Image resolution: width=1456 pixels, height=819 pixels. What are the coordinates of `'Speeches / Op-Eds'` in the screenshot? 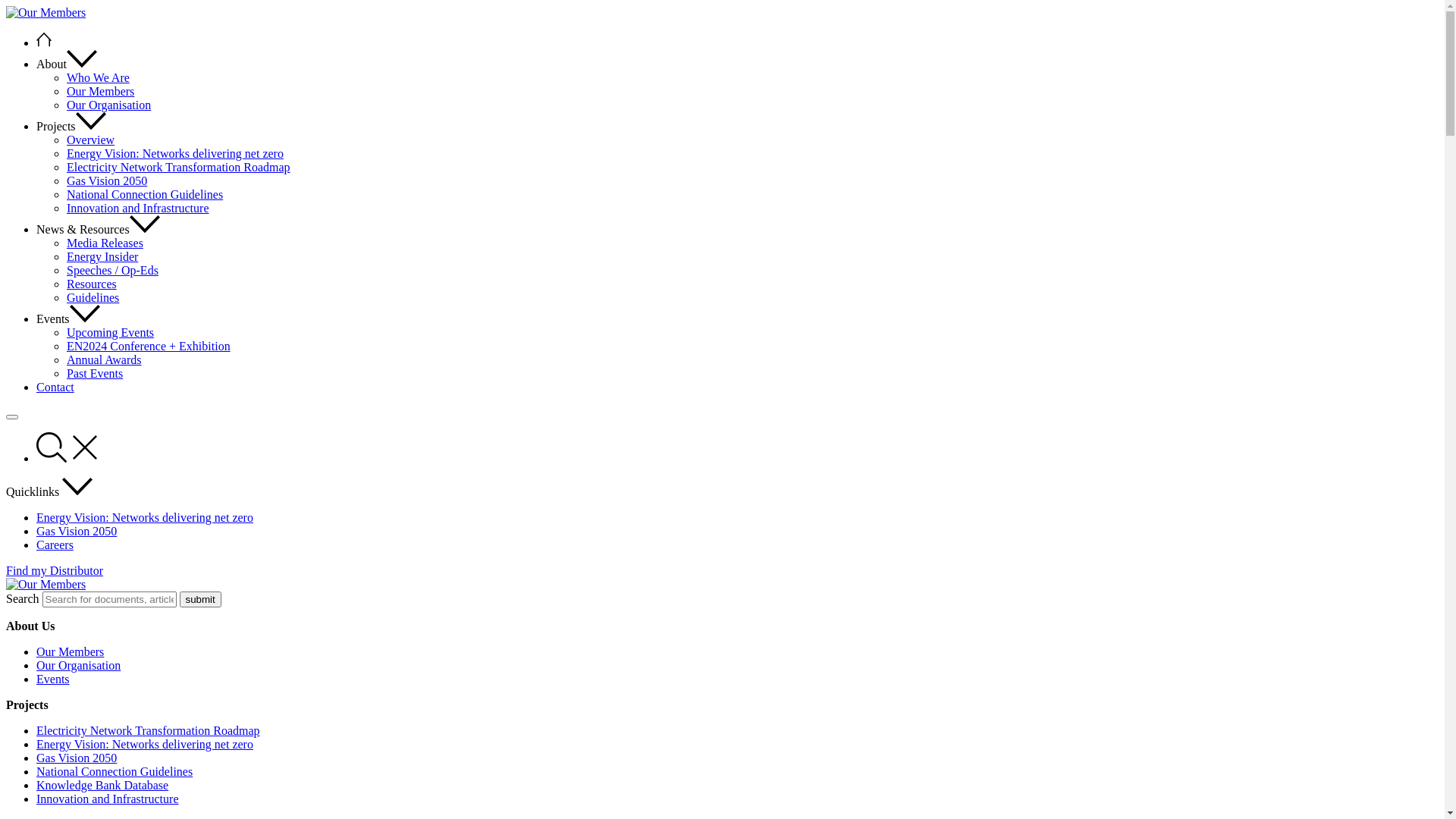 It's located at (111, 269).